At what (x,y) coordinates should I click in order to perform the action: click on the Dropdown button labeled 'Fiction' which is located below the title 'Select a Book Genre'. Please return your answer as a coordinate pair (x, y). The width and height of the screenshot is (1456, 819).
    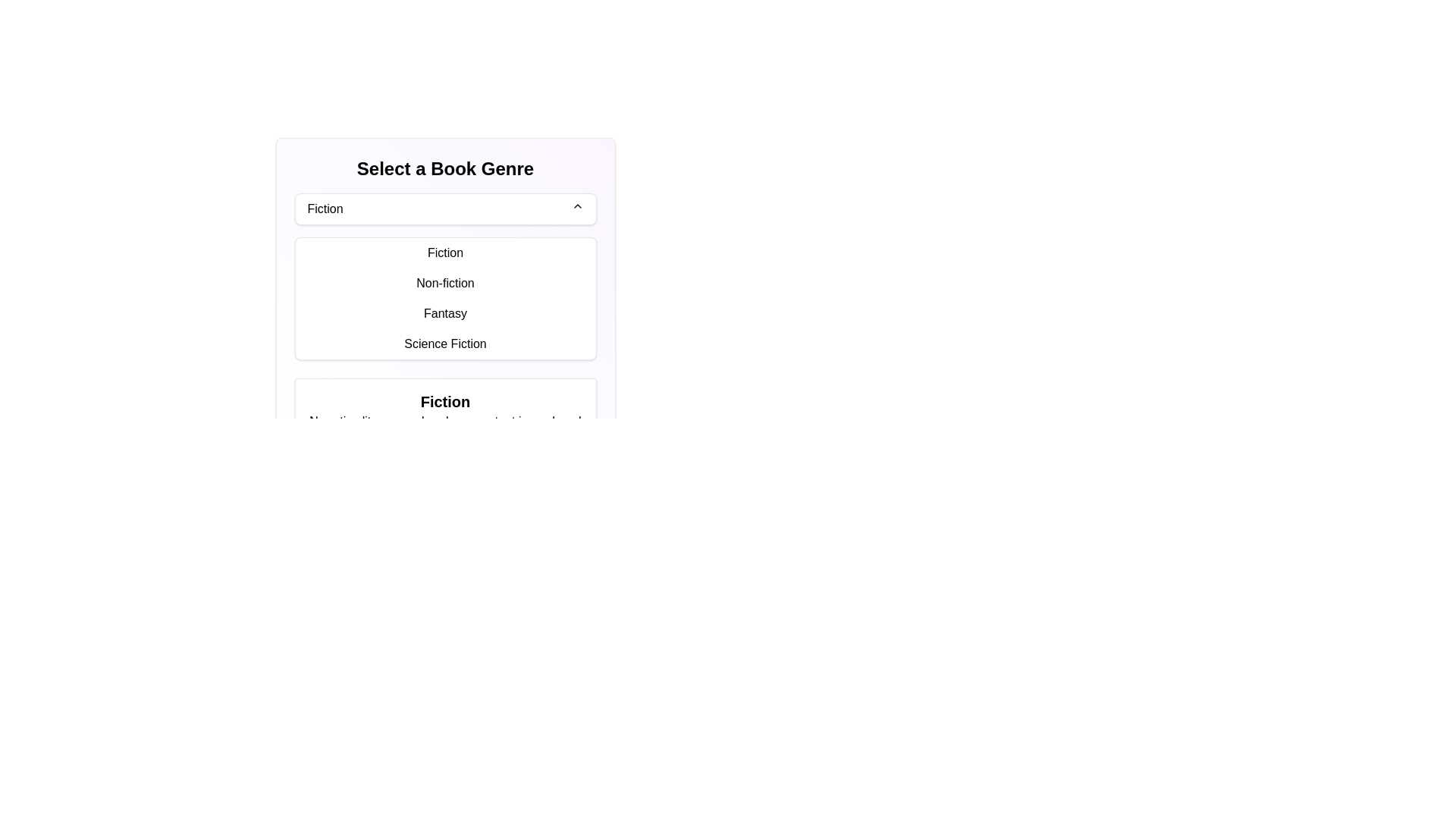
    Looking at the image, I should click on (444, 209).